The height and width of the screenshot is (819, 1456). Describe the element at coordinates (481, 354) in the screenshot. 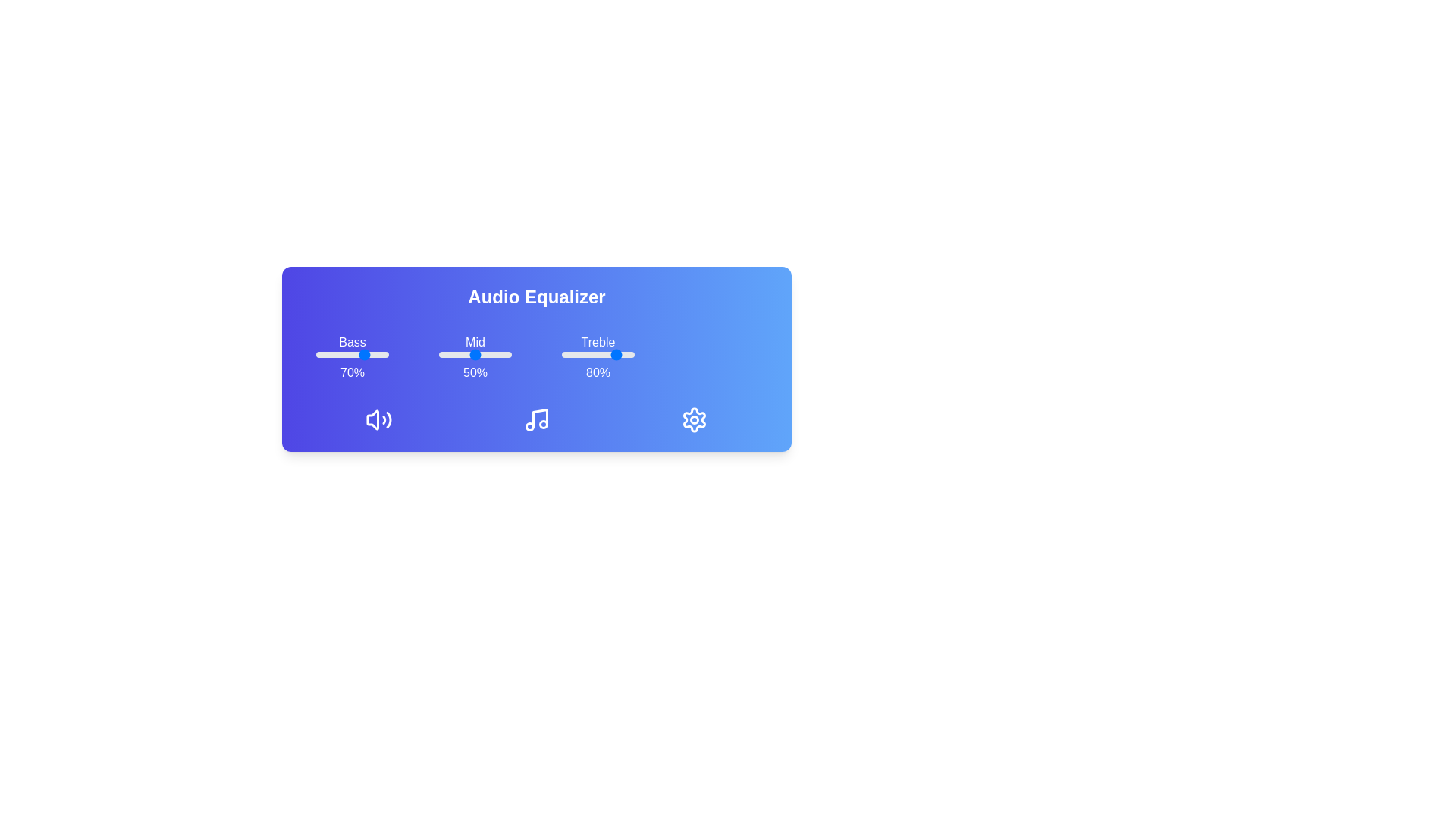

I see `the mid slider to 59%` at that location.